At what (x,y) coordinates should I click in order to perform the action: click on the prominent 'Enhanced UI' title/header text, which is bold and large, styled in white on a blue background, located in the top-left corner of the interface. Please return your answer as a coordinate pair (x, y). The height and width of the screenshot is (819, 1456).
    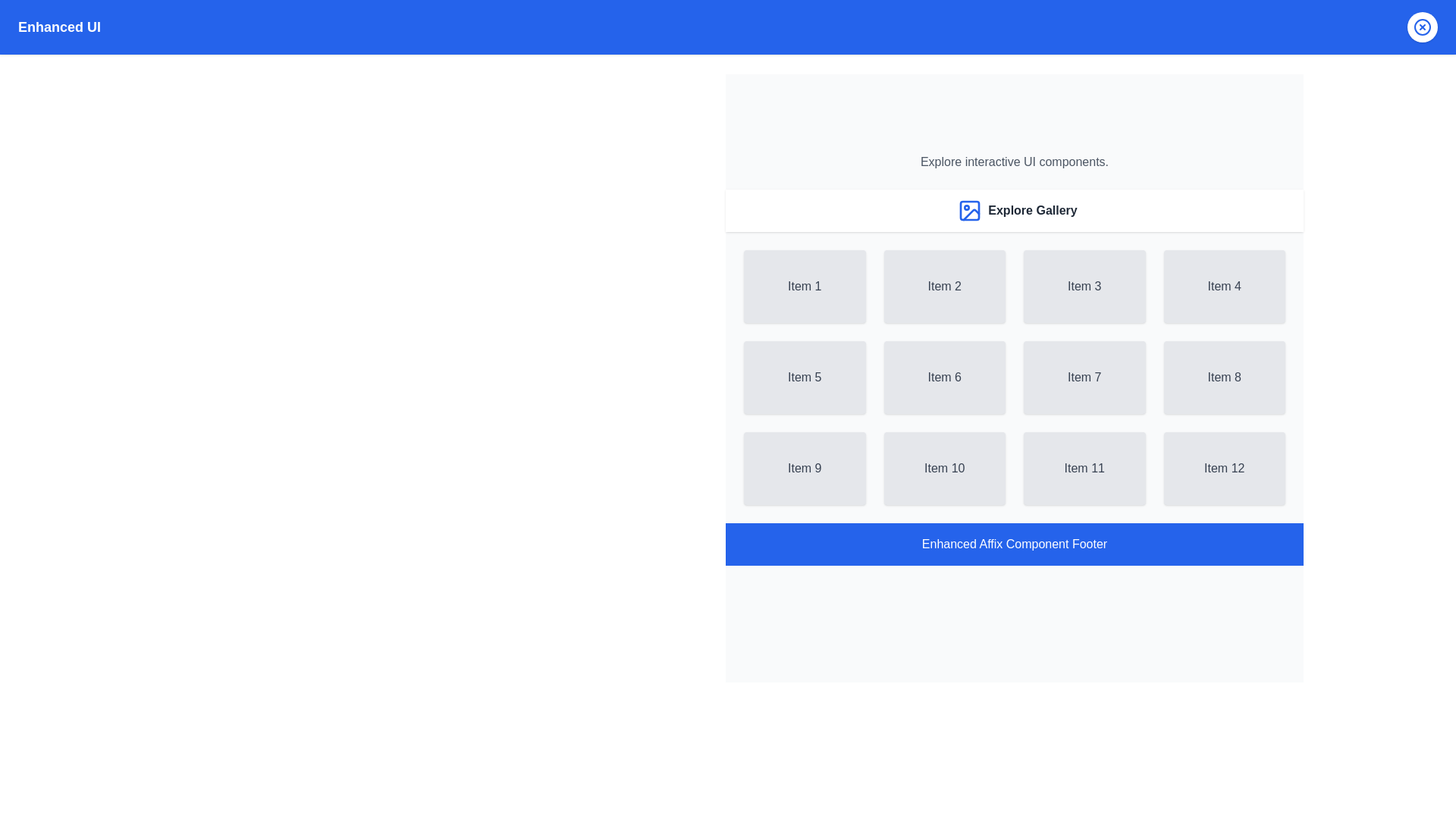
    Looking at the image, I should click on (59, 27).